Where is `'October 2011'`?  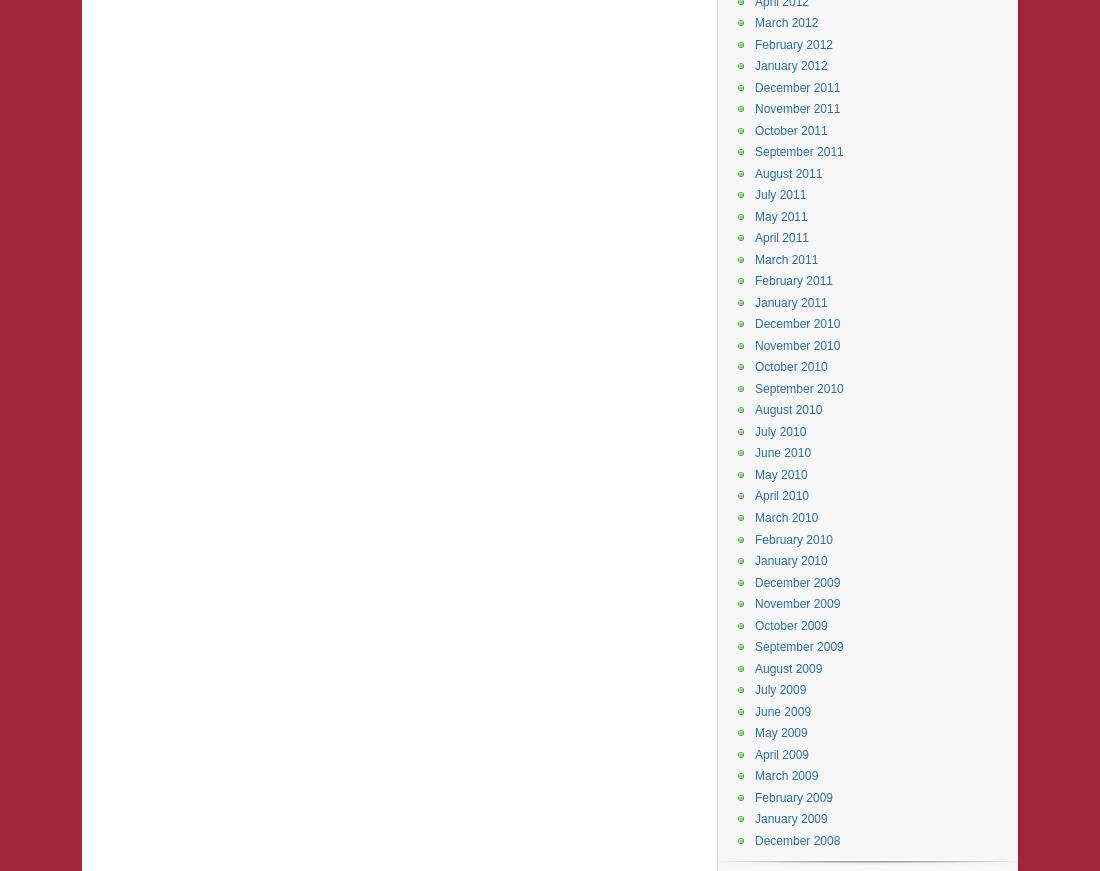 'October 2011' is located at coordinates (791, 129).